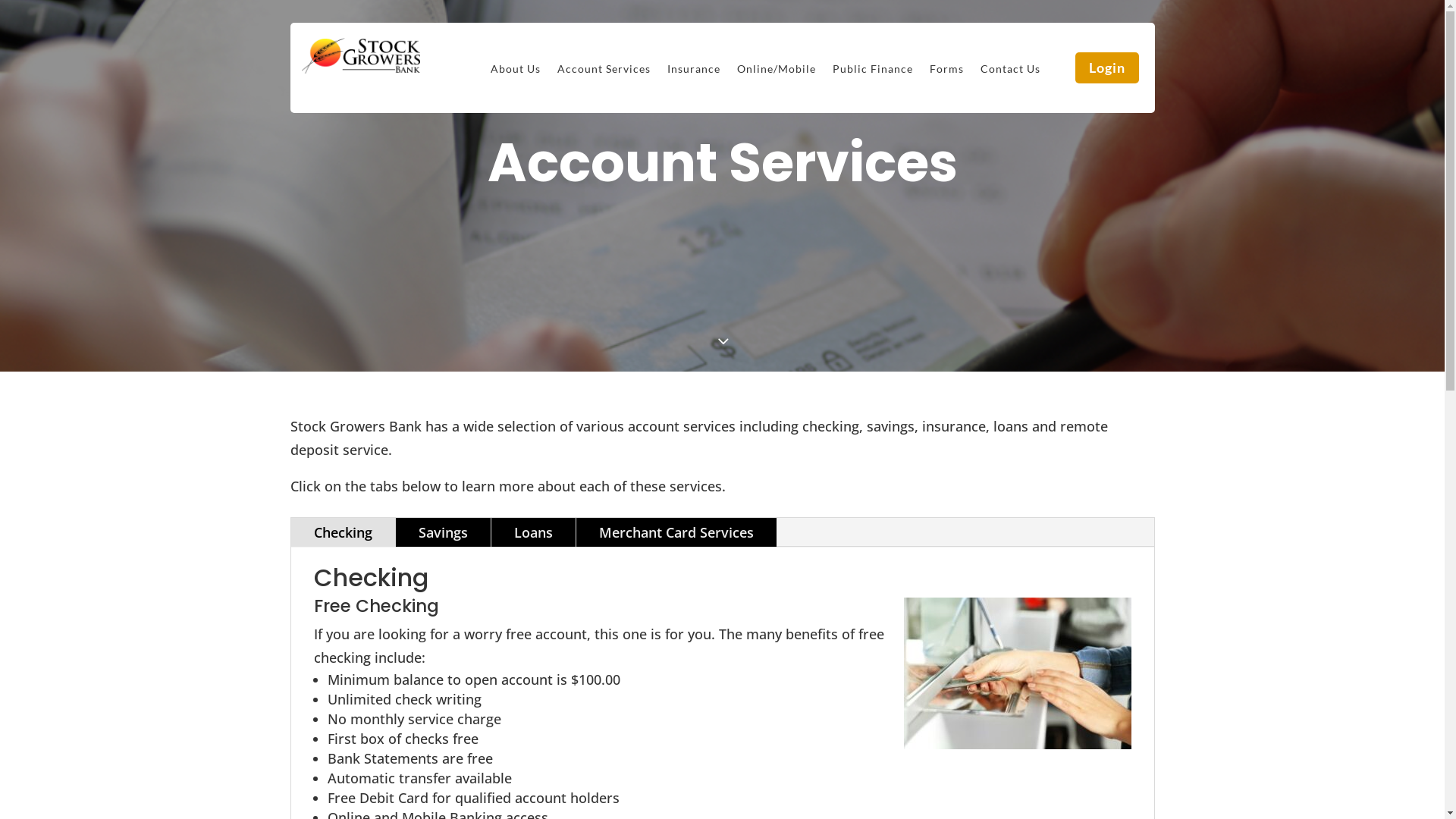  What do you see at coordinates (533, 532) in the screenshot?
I see `'Loans'` at bounding box center [533, 532].